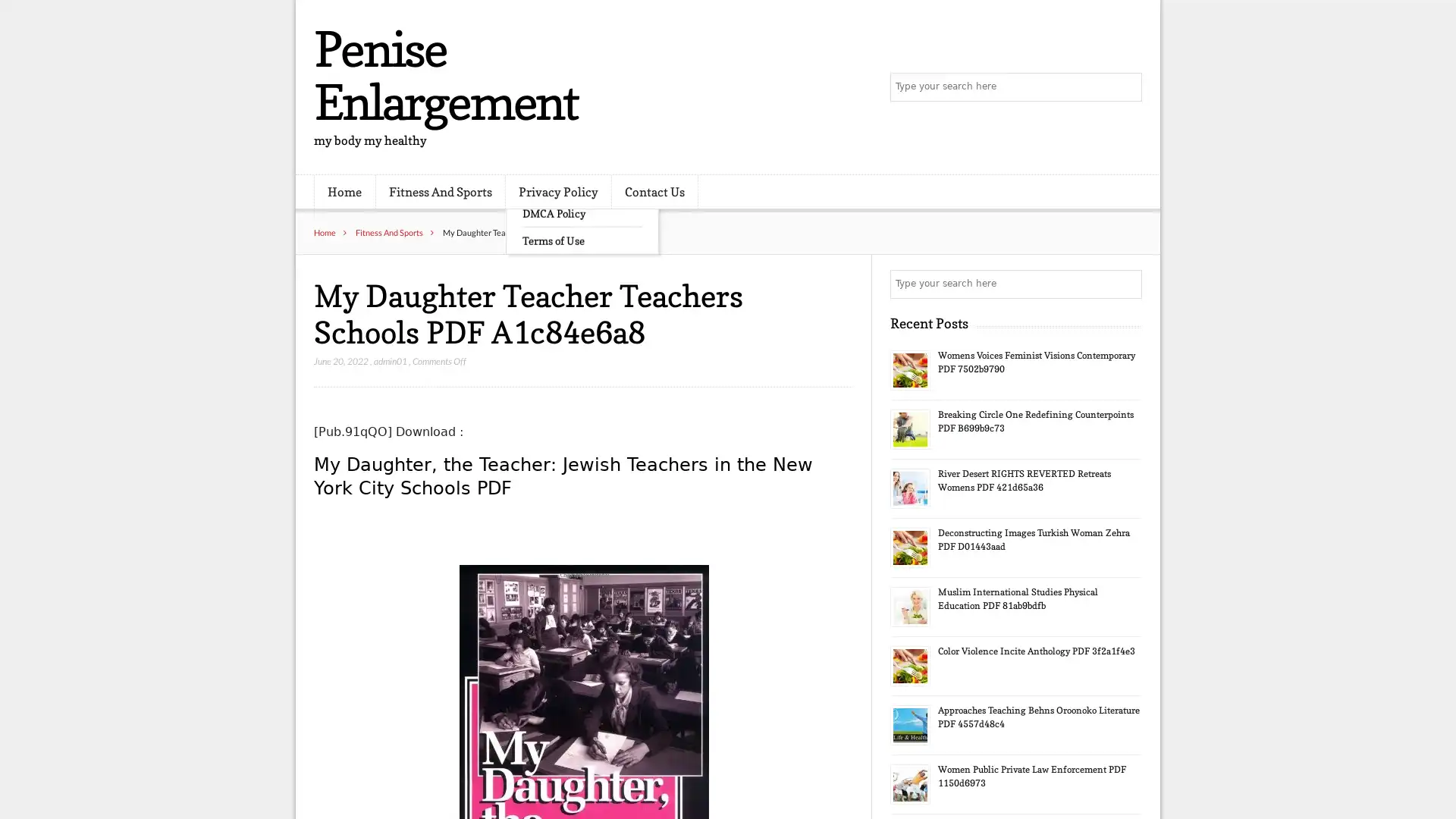  I want to click on Search, so click(1126, 87).